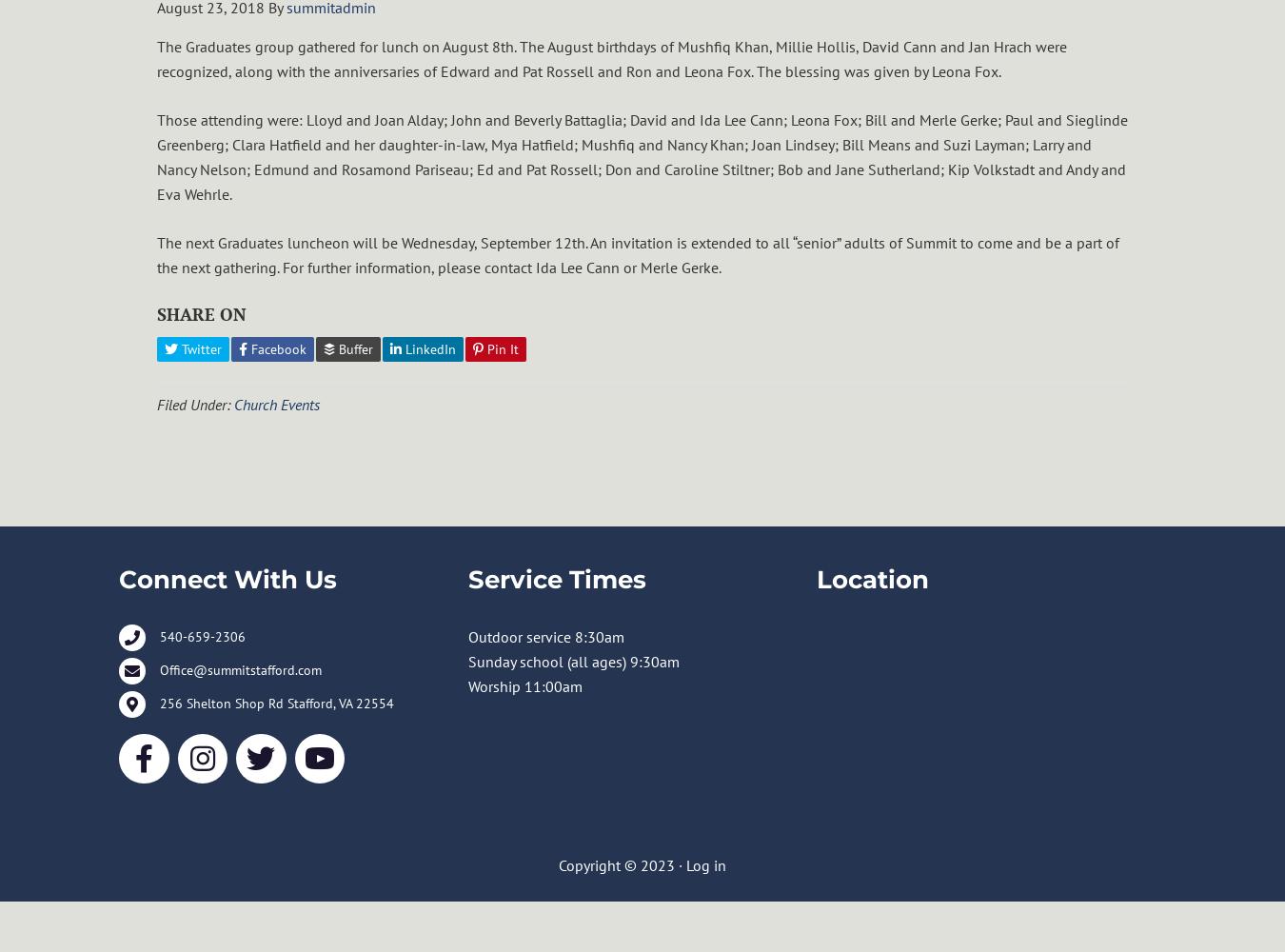 The image size is (1285, 952). What do you see at coordinates (556, 579) in the screenshot?
I see `'Service Times'` at bounding box center [556, 579].